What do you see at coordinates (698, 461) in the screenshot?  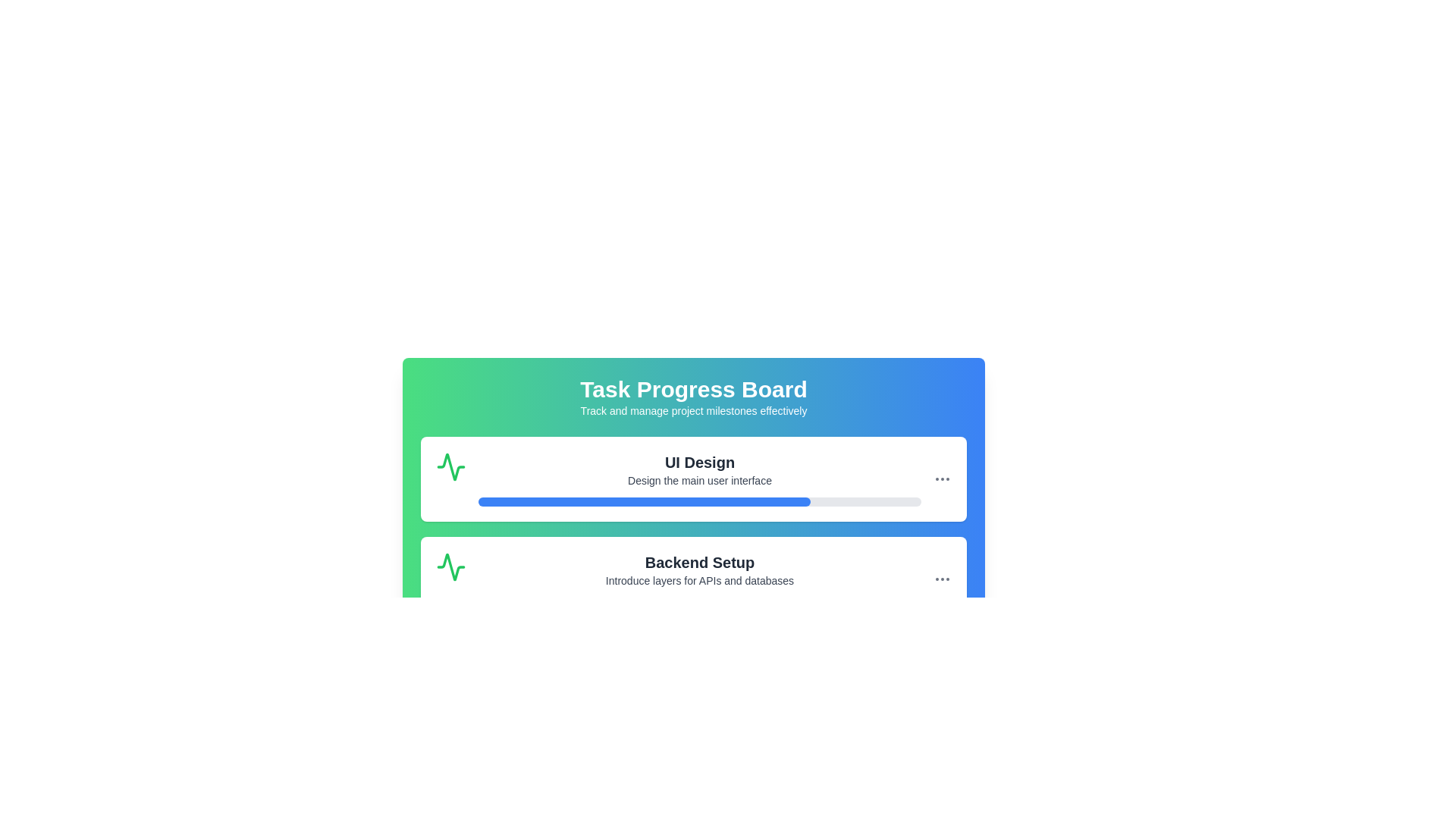 I see `text label located at the top of the task card, which serves as the title for the section it represents` at bounding box center [698, 461].